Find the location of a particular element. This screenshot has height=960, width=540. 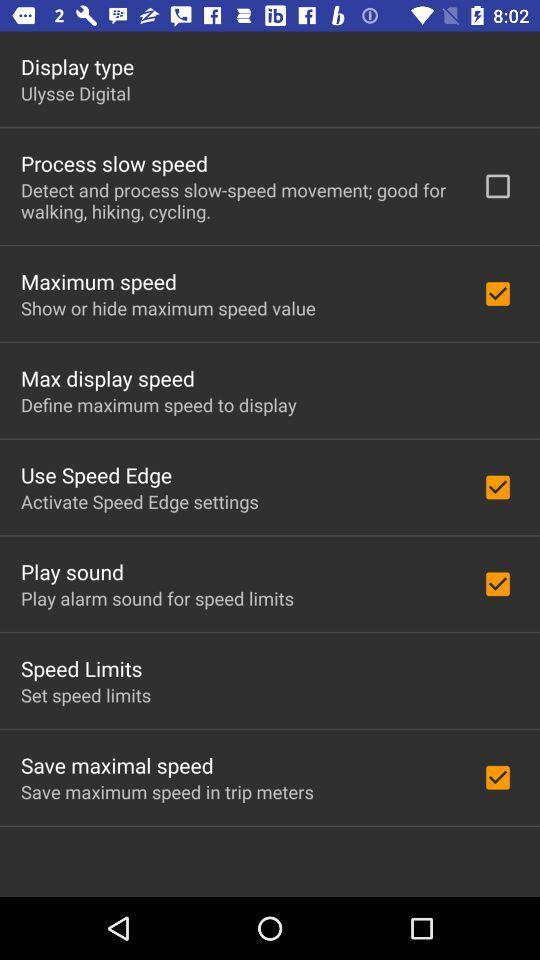

the ulysse digital icon is located at coordinates (74, 93).